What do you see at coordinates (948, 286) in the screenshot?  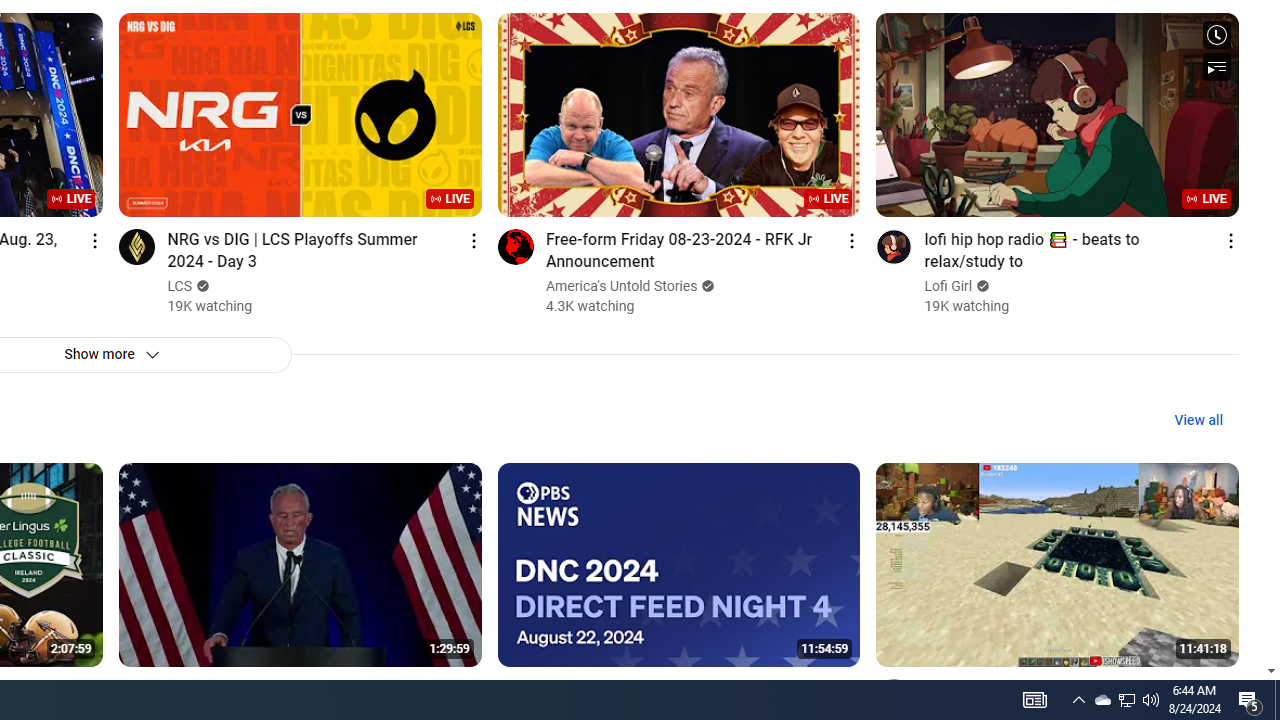 I see `'Lofi Girl'` at bounding box center [948, 286].